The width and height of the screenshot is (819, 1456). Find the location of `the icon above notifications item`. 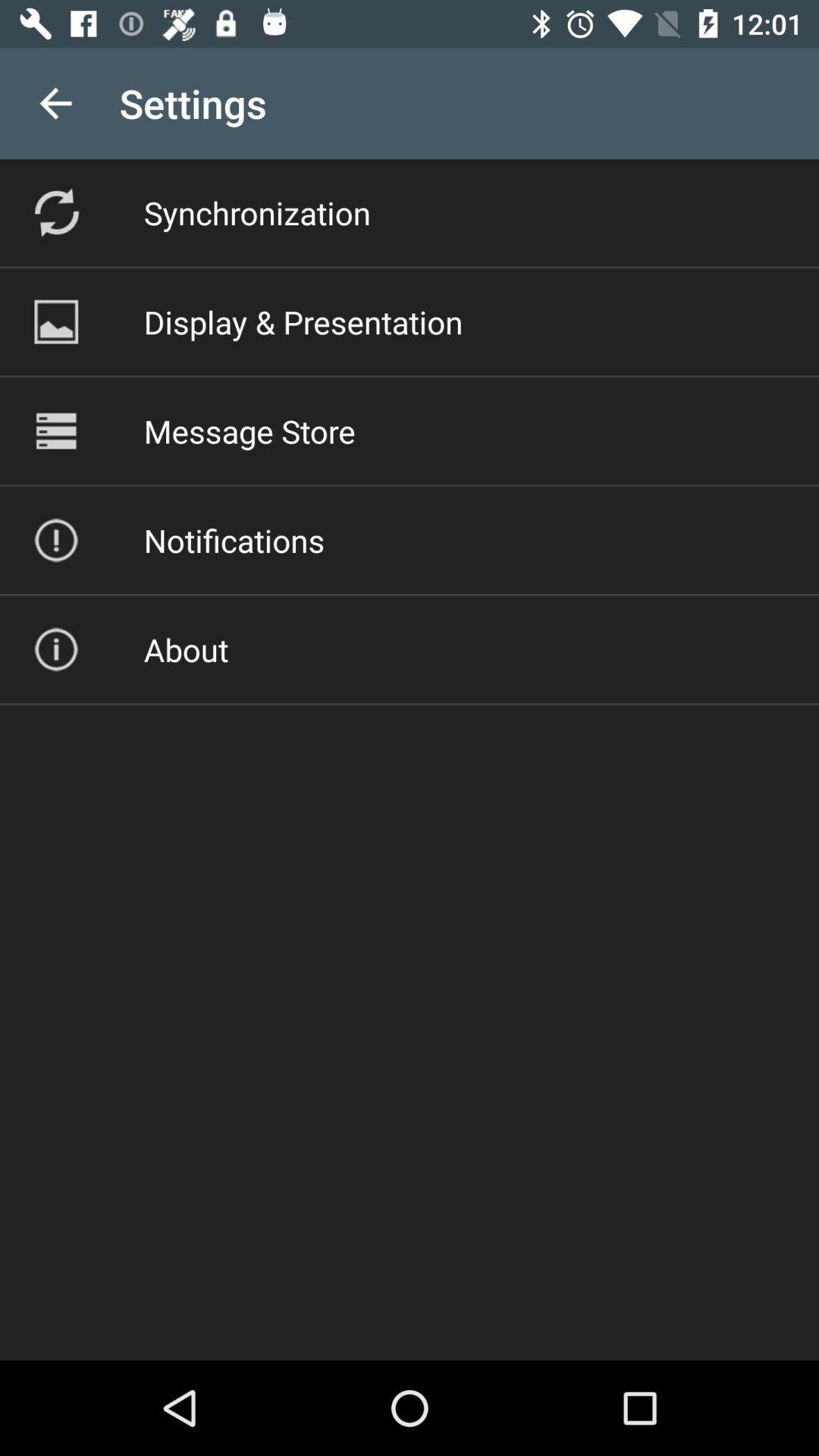

the icon above notifications item is located at coordinates (249, 430).